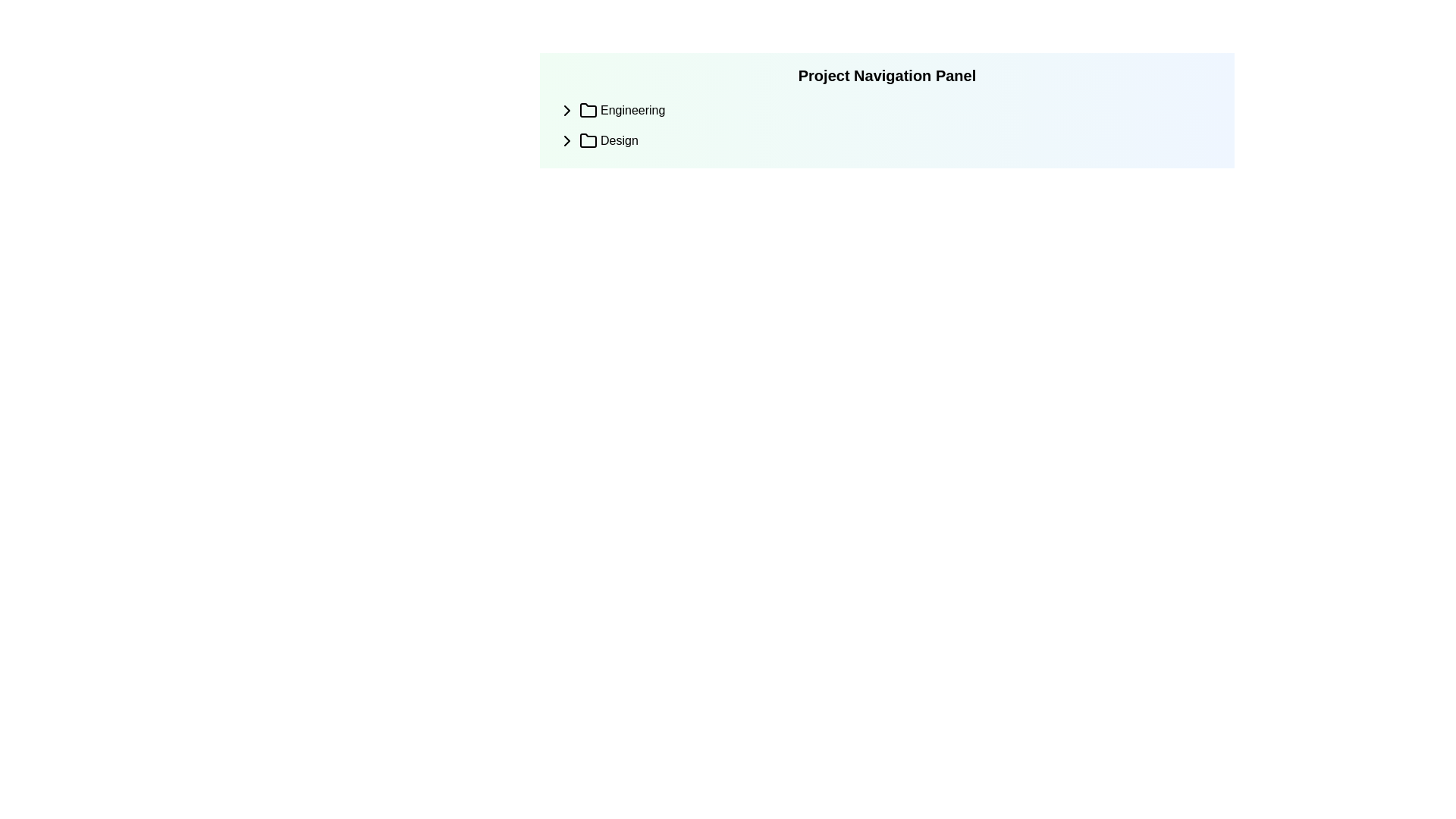  Describe the element at coordinates (588, 140) in the screenshot. I see `the folder icon representing the 'Design' category in the navigation panel, which is positioned to the left of the 'Design' label` at that location.